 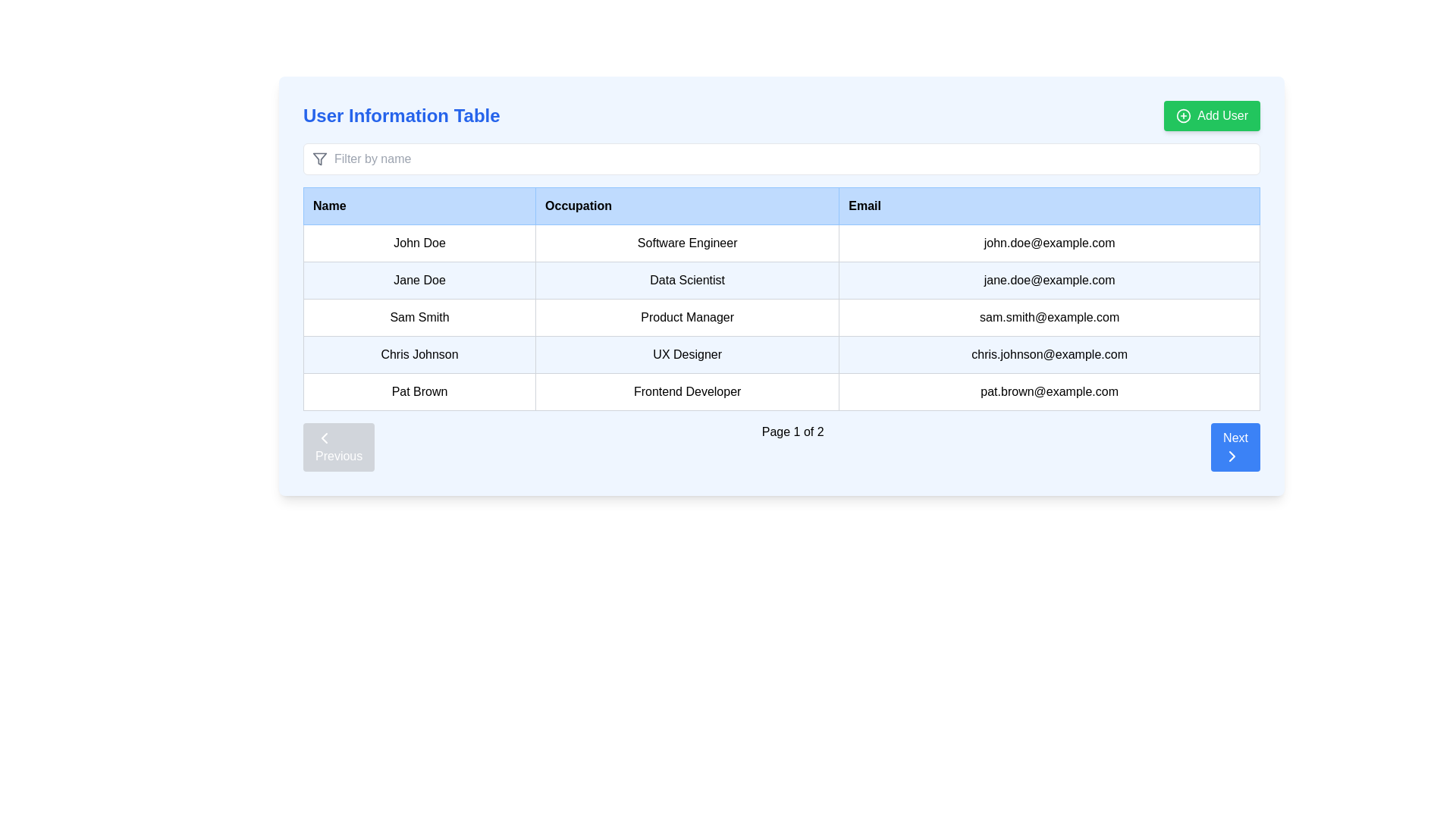 What do you see at coordinates (1049, 391) in the screenshot?
I see `the non-interactive Text label displaying the user's email address in the last row of the User Information Table` at bounding box center [1049, 391].